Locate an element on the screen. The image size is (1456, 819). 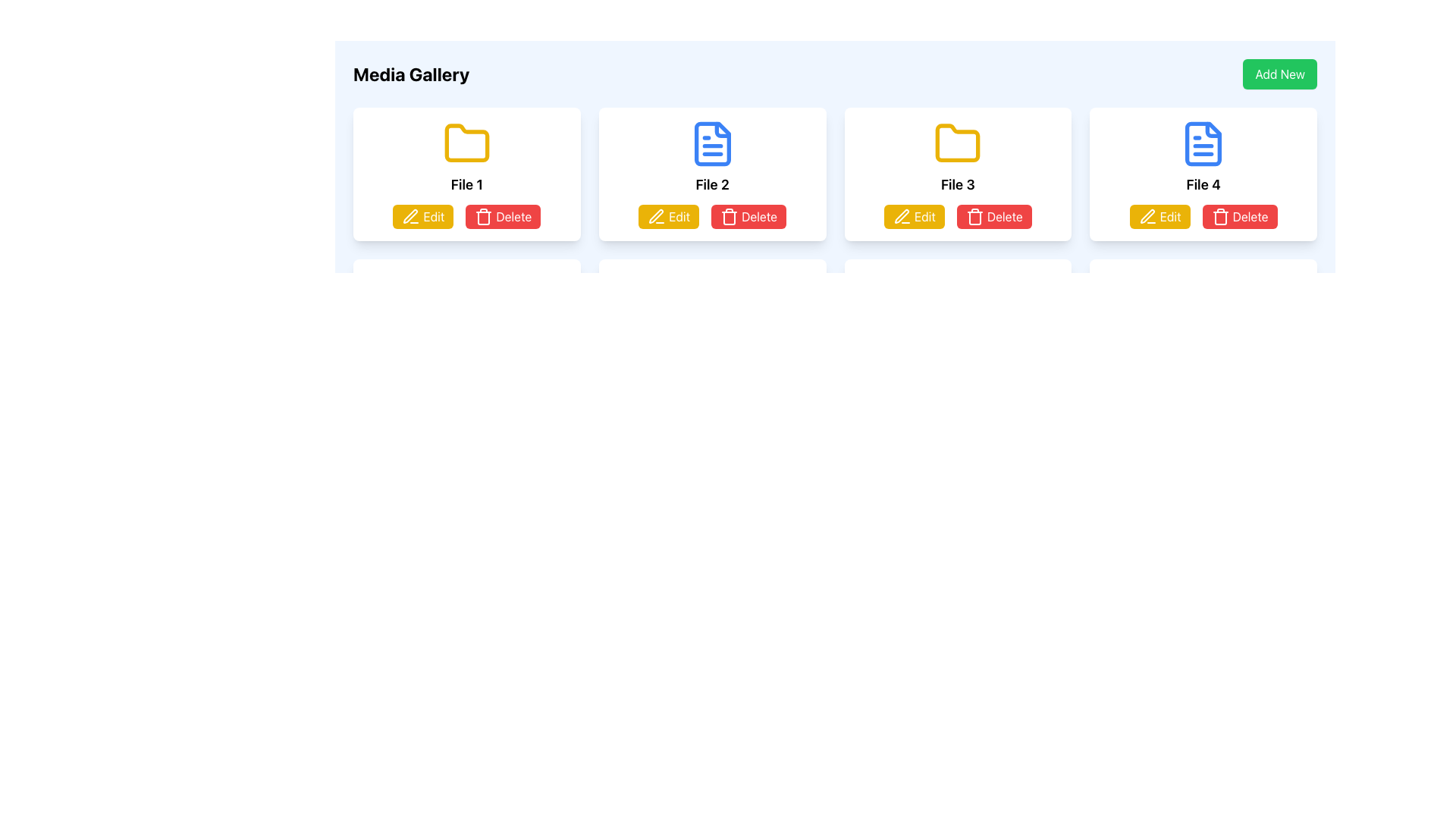
the trash can icon located within the delete button of the card labeled 'File 4', which is positioned at the bottom right of the card is located at coordinates (1220, 218).